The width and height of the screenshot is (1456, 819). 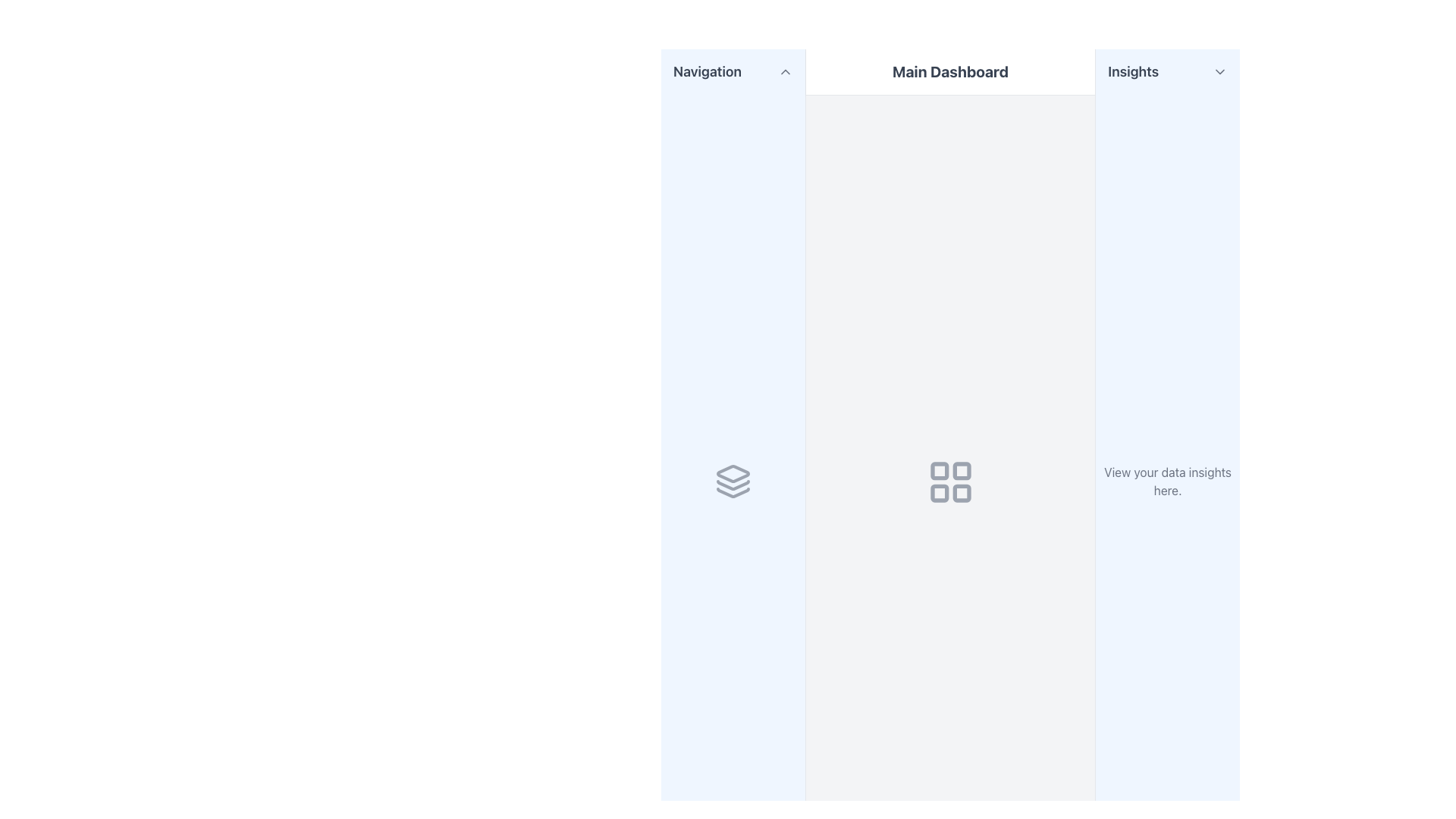 What do you see at coordinates (938, 469) in the screenshot?
I see `the top-left square in the grid of four squares, which has a light gray fill and rounded corners` at bounding box center [938, 469].